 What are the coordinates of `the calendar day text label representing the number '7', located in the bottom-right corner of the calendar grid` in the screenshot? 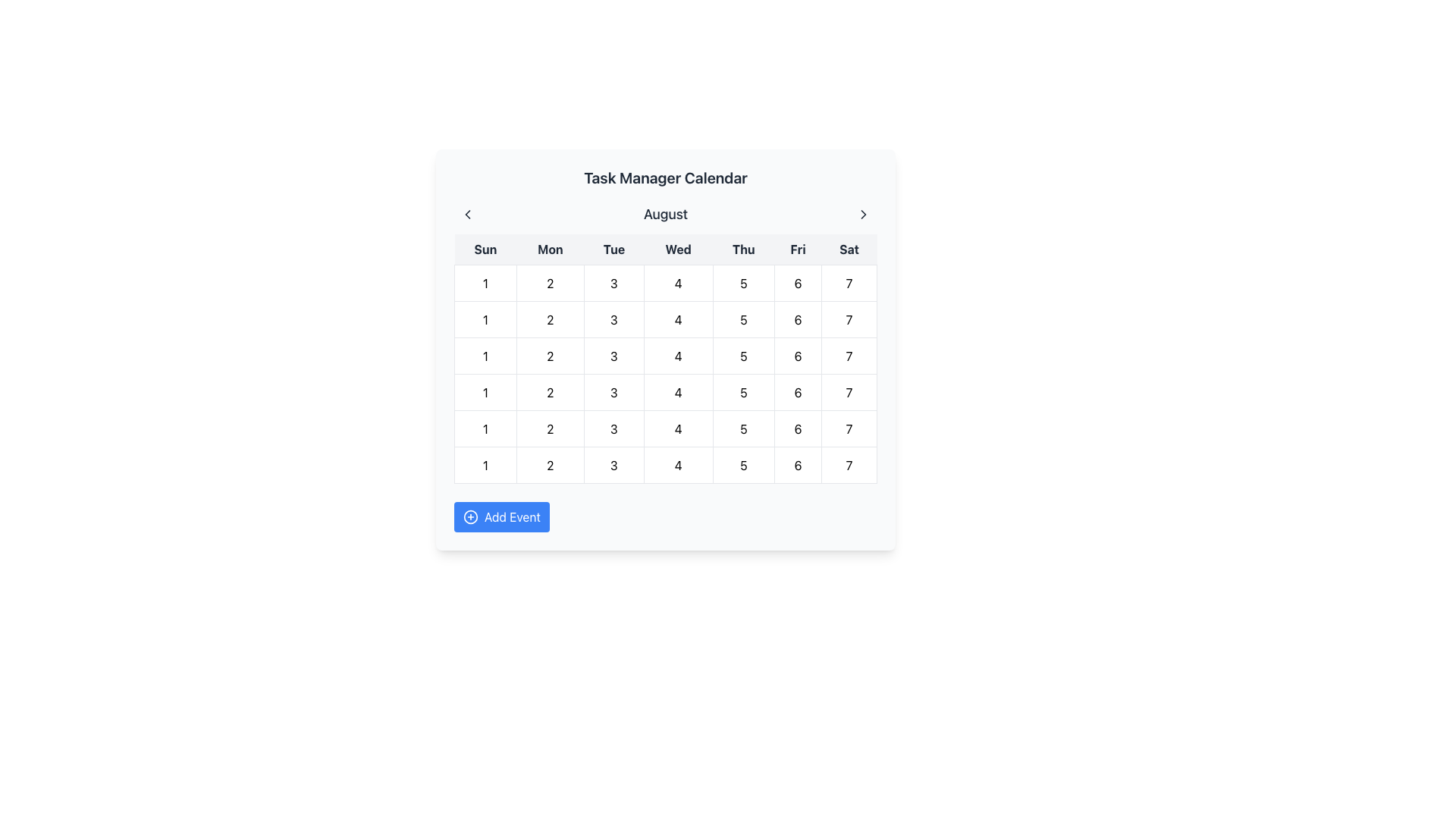 It's located at (849, 356).